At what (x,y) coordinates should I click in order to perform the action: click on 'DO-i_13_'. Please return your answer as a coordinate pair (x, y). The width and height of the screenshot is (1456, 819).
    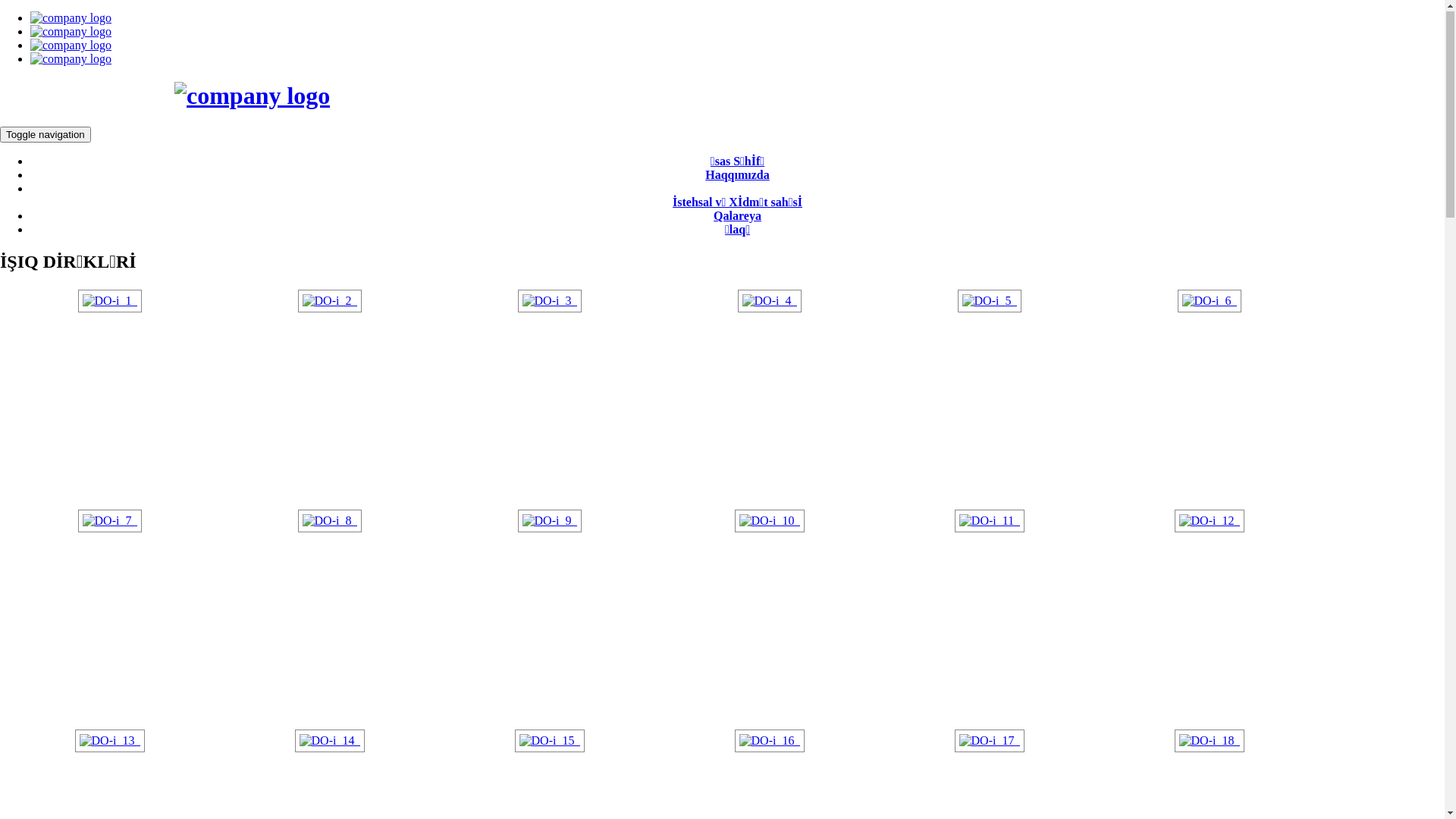
    Looking at the image, I should click on (72, 740).